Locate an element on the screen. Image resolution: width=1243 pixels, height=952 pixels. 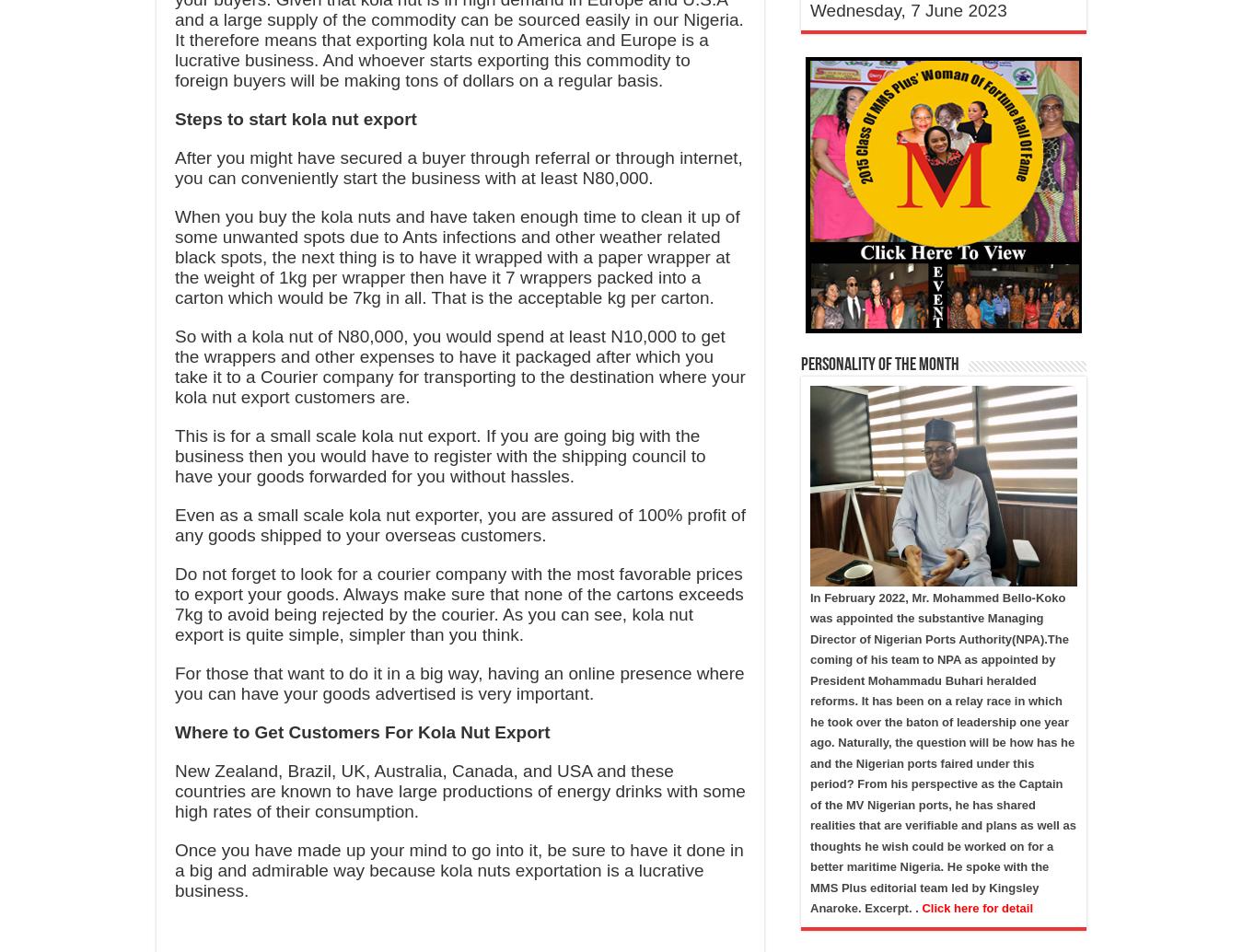
'personality of the month' is located at coordinates (878, 364).